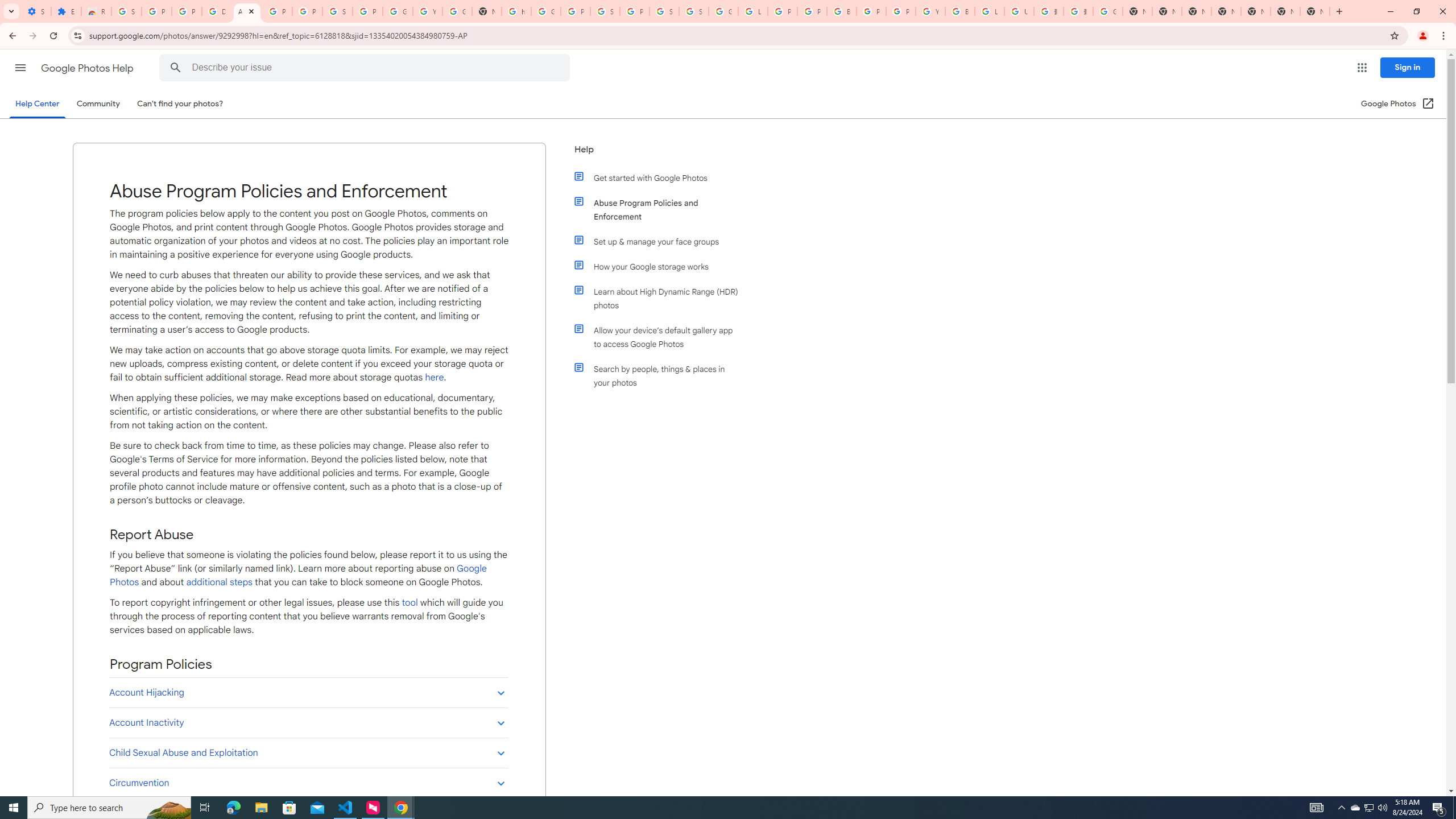 This screenshot has width=1456, height=819. I want to click on 'Google Photos', so click(297, 575).